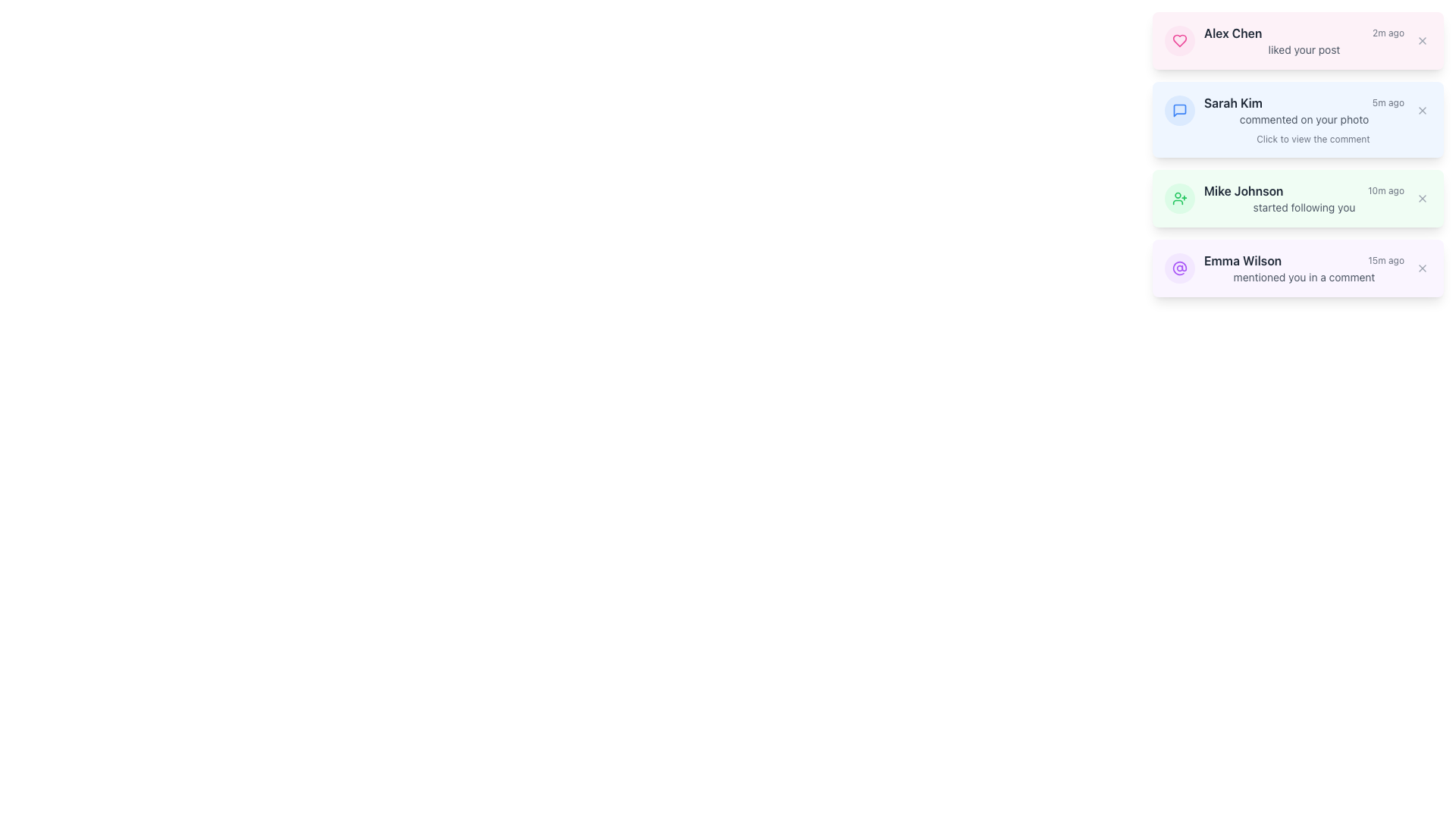  Describe the element at coordinates (1233, 102) in the screenshot. I see `the Text label that displays the name of the individual related to the notification, located within the second notification card from the top, to the immediate left of the timestamp '5m ago'` at that location.